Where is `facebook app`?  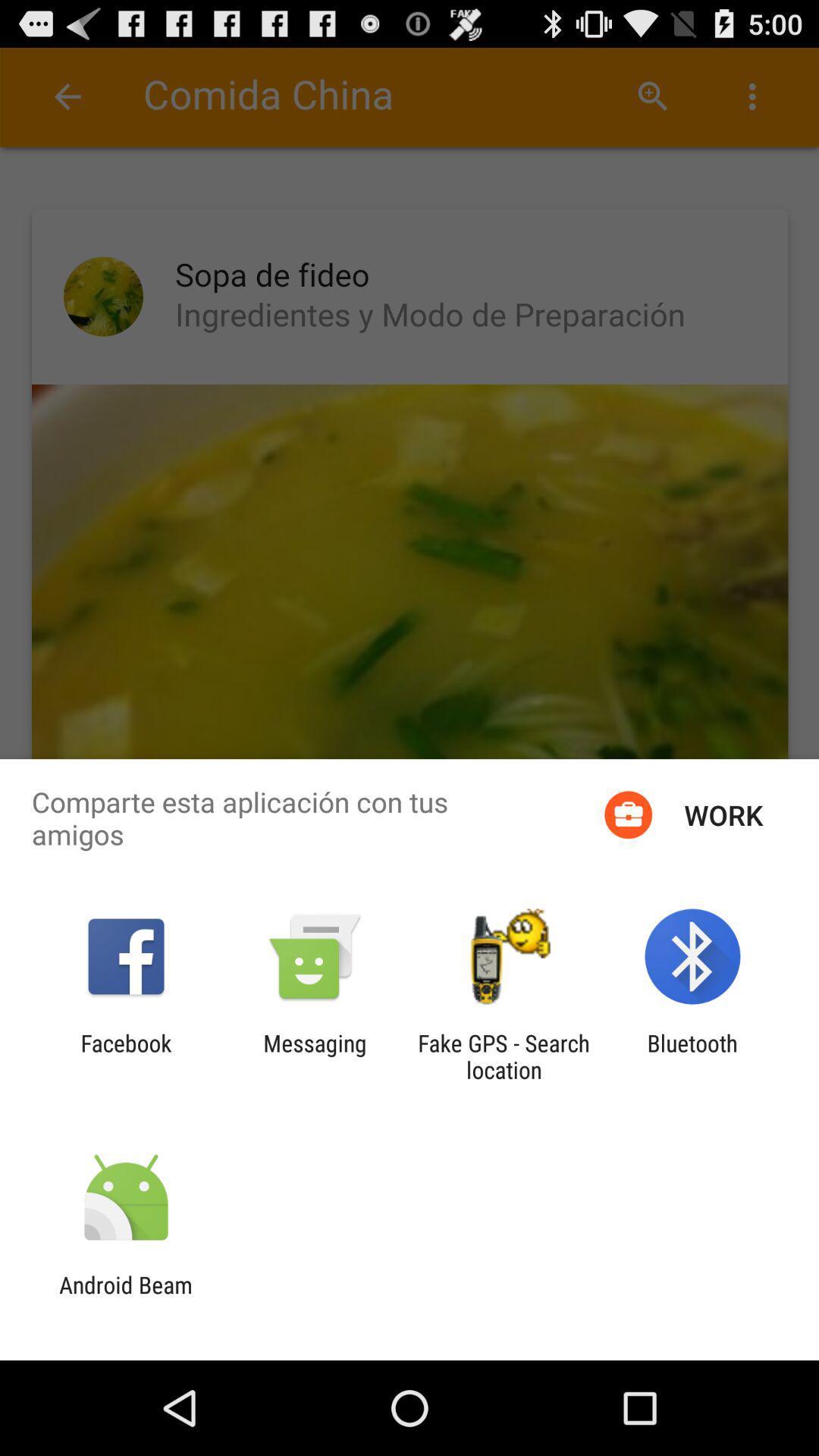 facebook app is located at coordinates (125, 1056).